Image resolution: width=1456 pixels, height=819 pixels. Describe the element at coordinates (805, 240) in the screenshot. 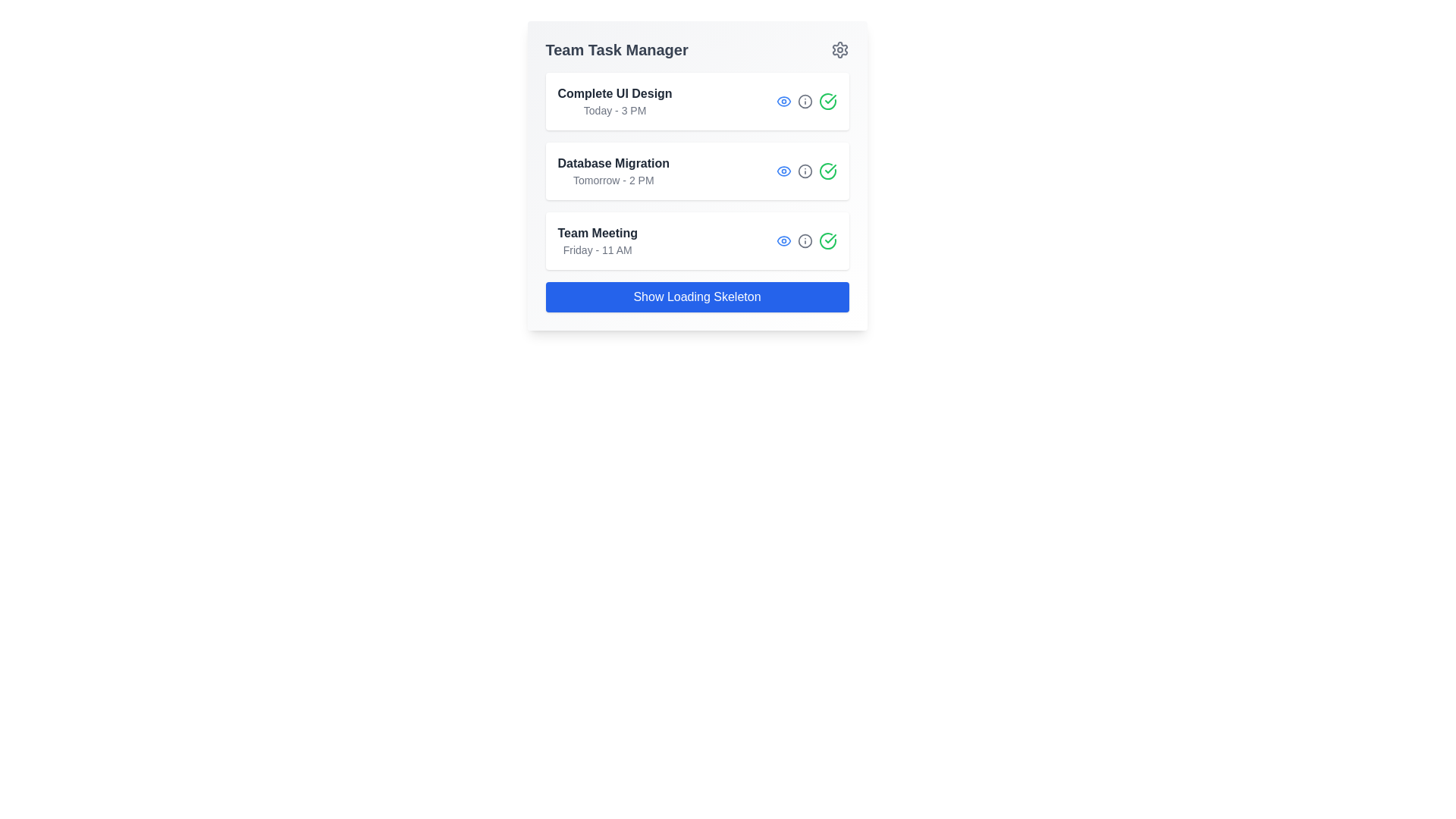

I see `the middle circular icon with an inner dot in the 'Team Meeting' section of the task card for action` at that location.